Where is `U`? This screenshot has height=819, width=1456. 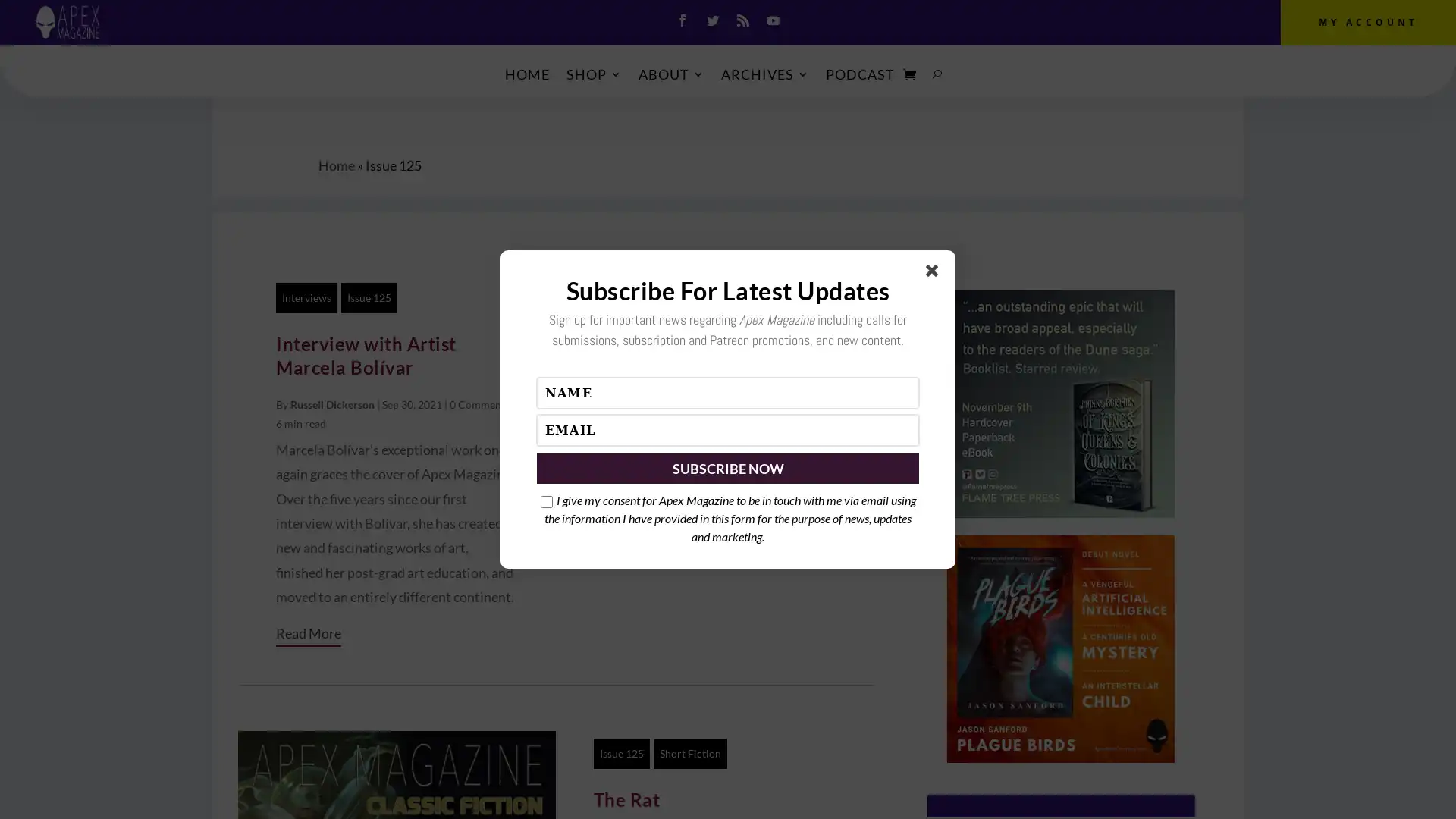 U is located at coordinates (937, 74).